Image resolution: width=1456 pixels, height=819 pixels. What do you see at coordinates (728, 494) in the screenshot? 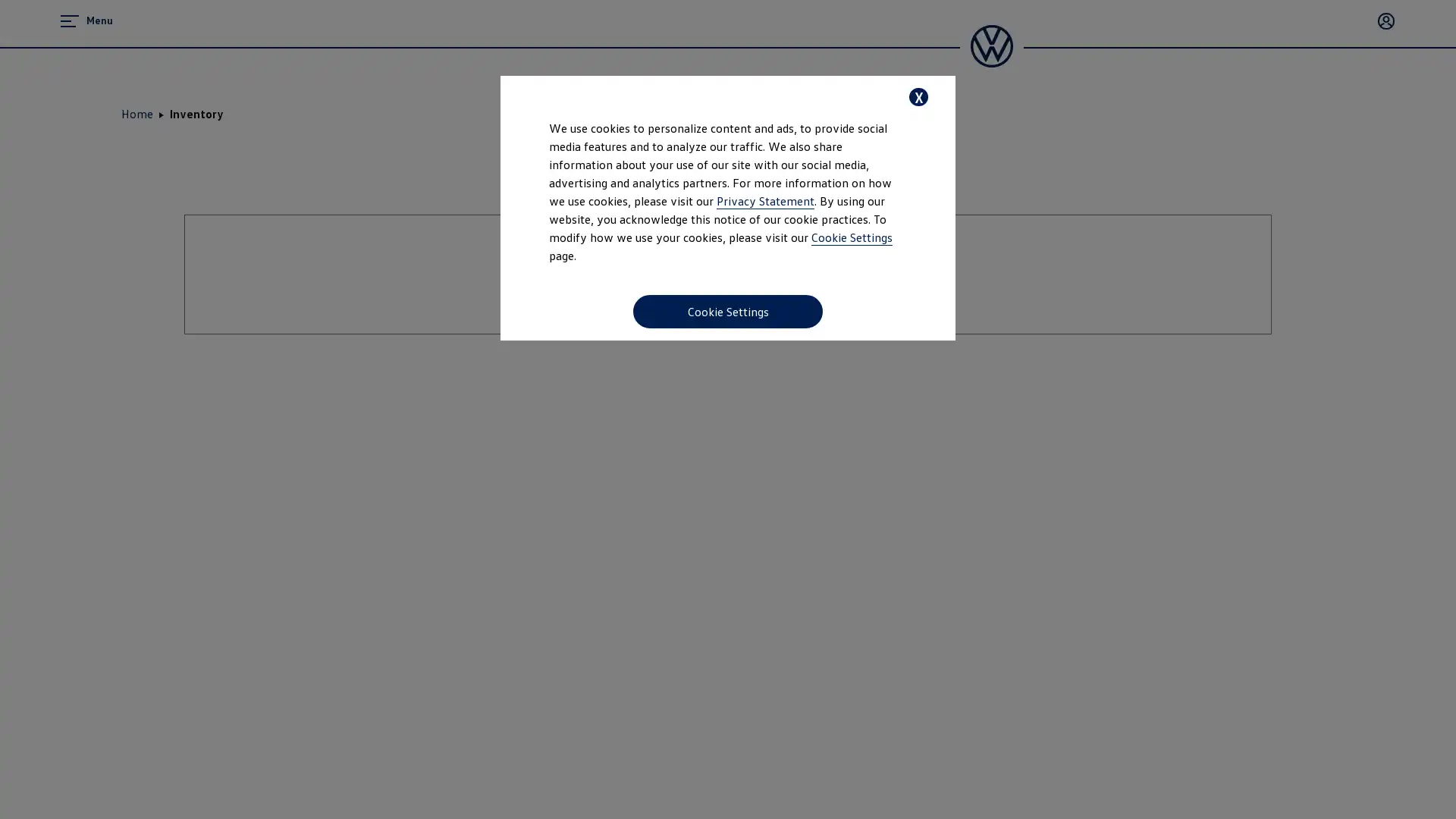
I see `Go` at bounding box center [728, 494].